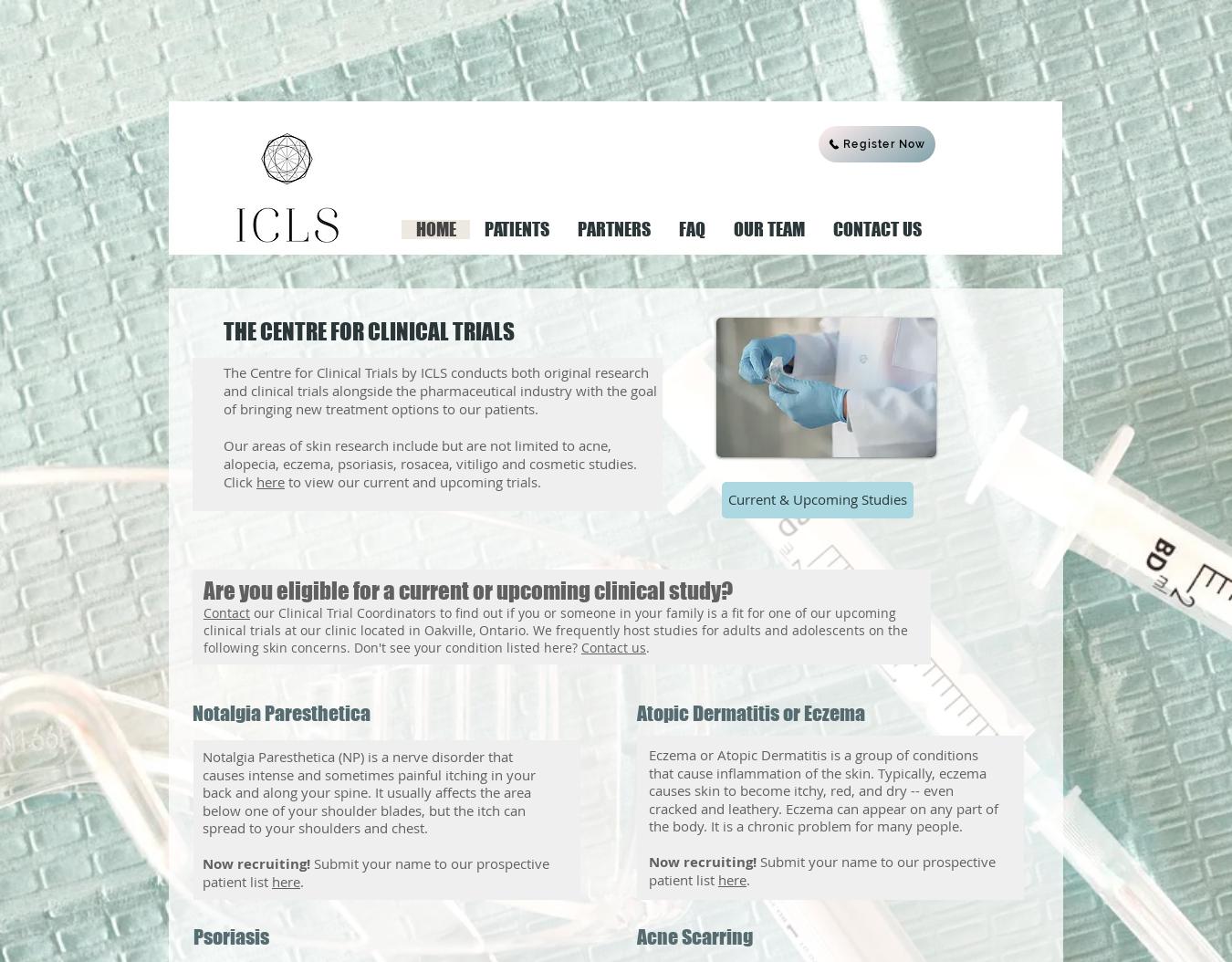 The height and width of the screenshot is (962, 1232). I want to click on 'to view our current and upcoming trials.', so click(415, 481).